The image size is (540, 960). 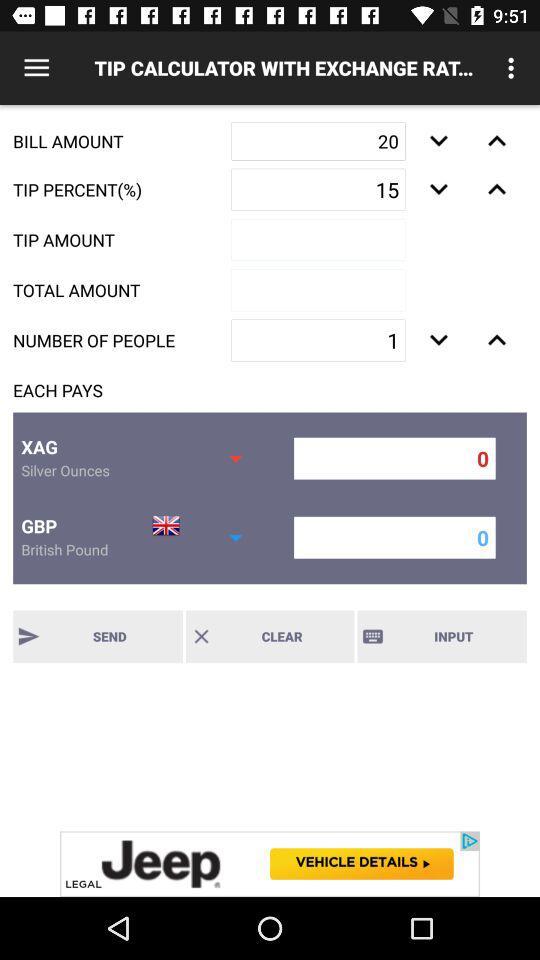 What do you see at coordinates (496, 140) in the screenshot?
I see `go next` at bounding box center [496, 140].